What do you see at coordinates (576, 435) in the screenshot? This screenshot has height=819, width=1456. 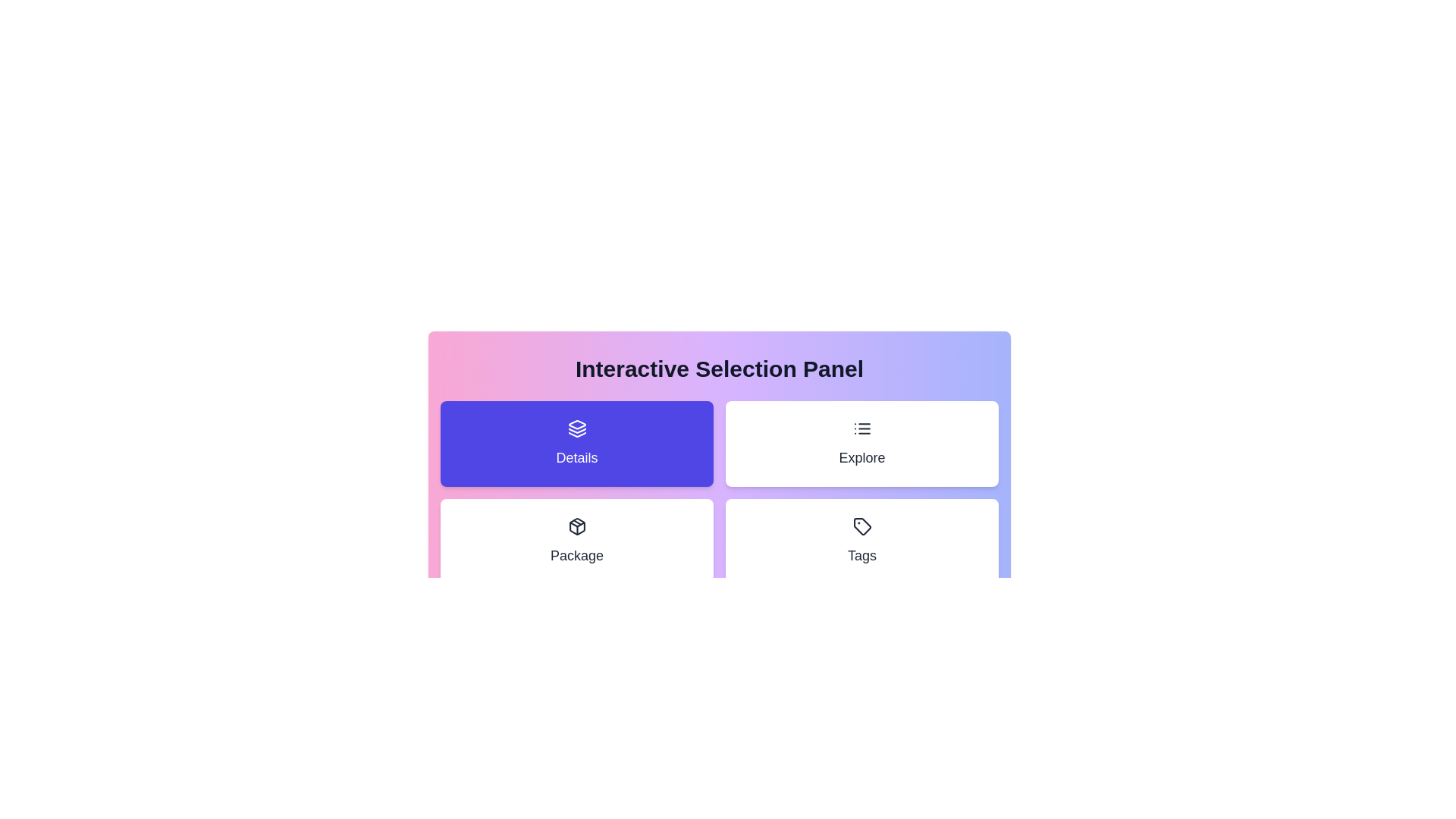 I see `the third and bottom-most layer graphic within the 'Details' button, which resembles a group of layers or sheets` at bounding box center [576, 435].